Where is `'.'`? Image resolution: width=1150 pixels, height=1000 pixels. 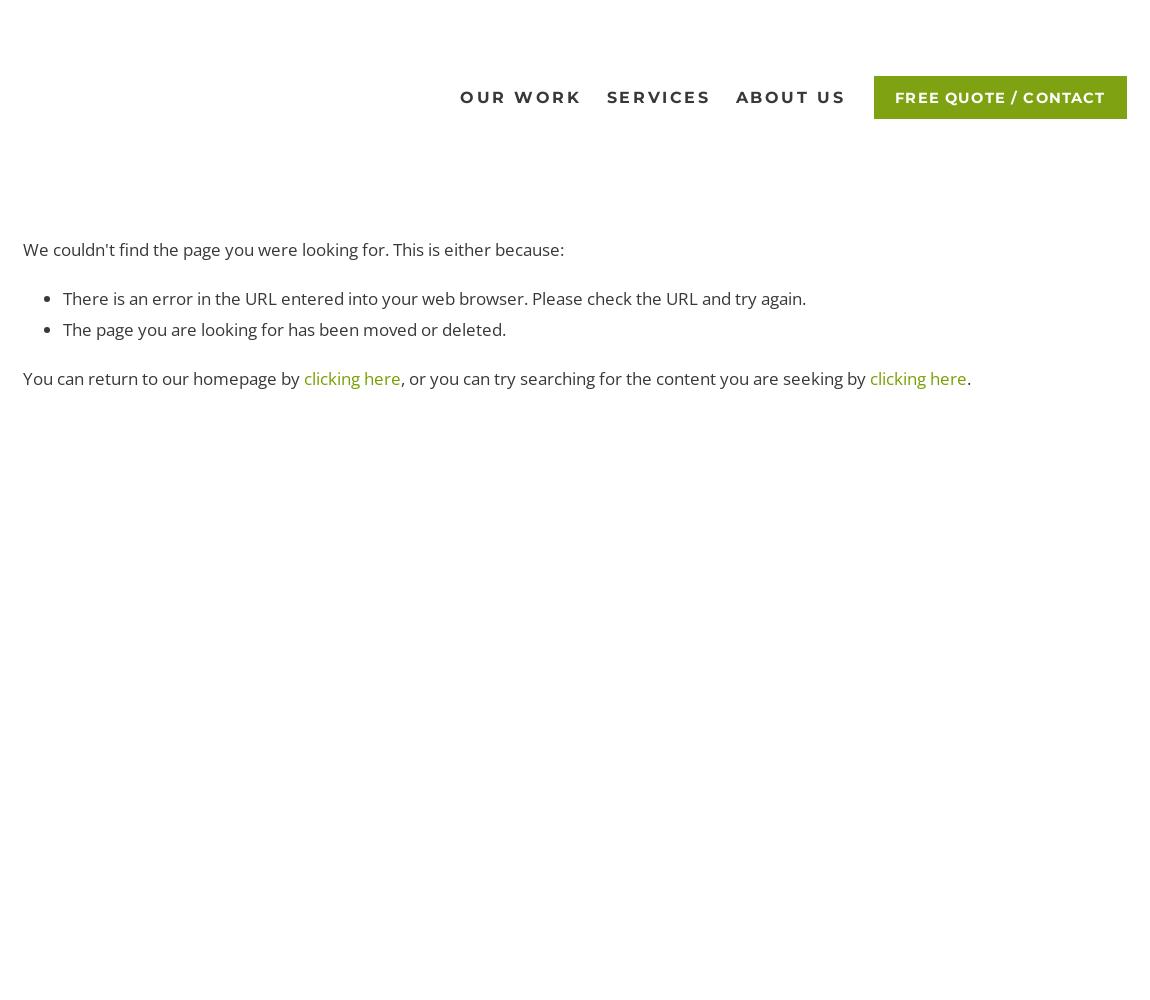
'.' is located at coordinates (968, 377).